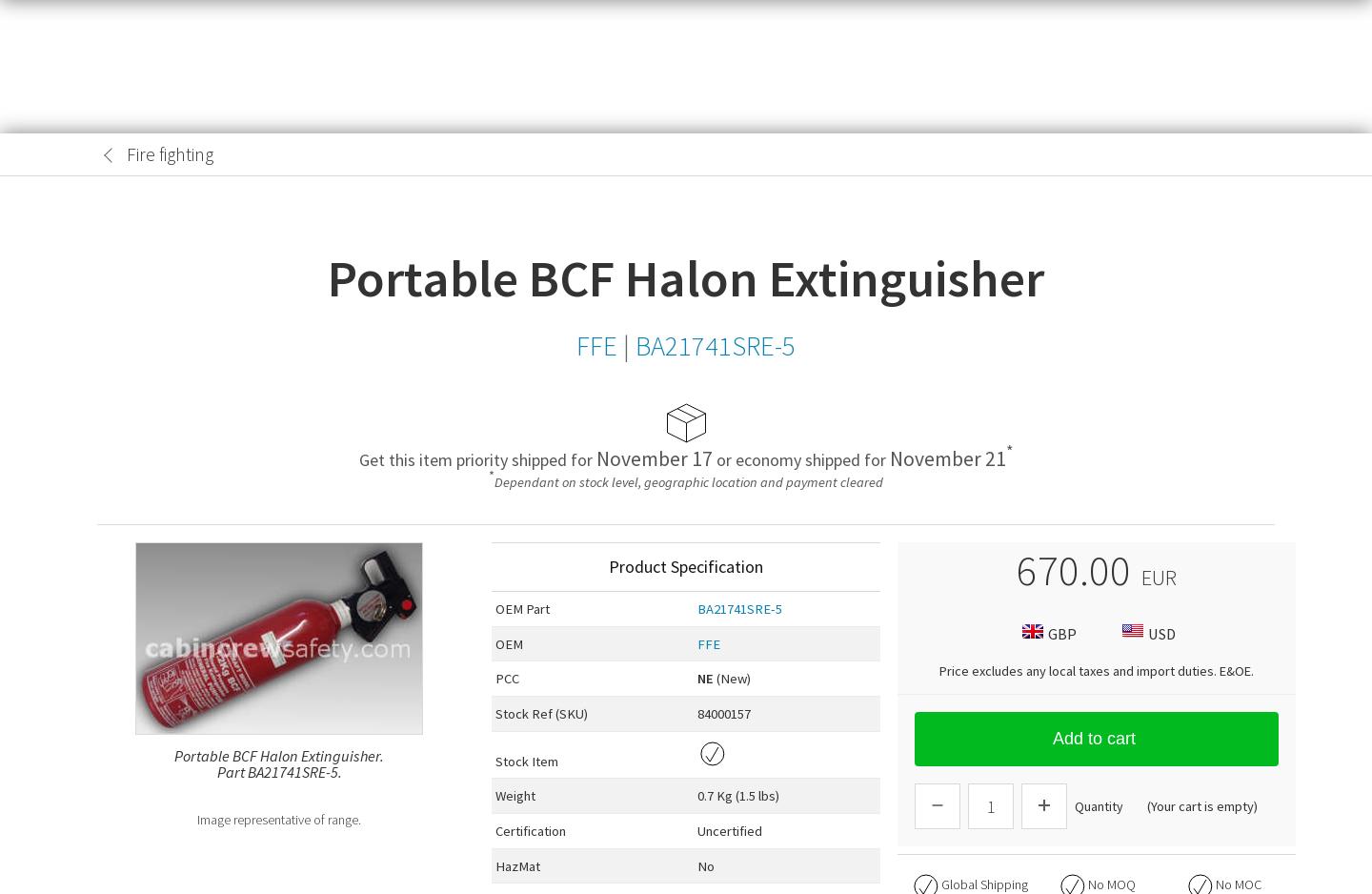 The image size is (1372, 894). What do you see at coordinates (1250, 104) in the screenshot?
I see `'Contact'` at bounding box center [1250, 104].